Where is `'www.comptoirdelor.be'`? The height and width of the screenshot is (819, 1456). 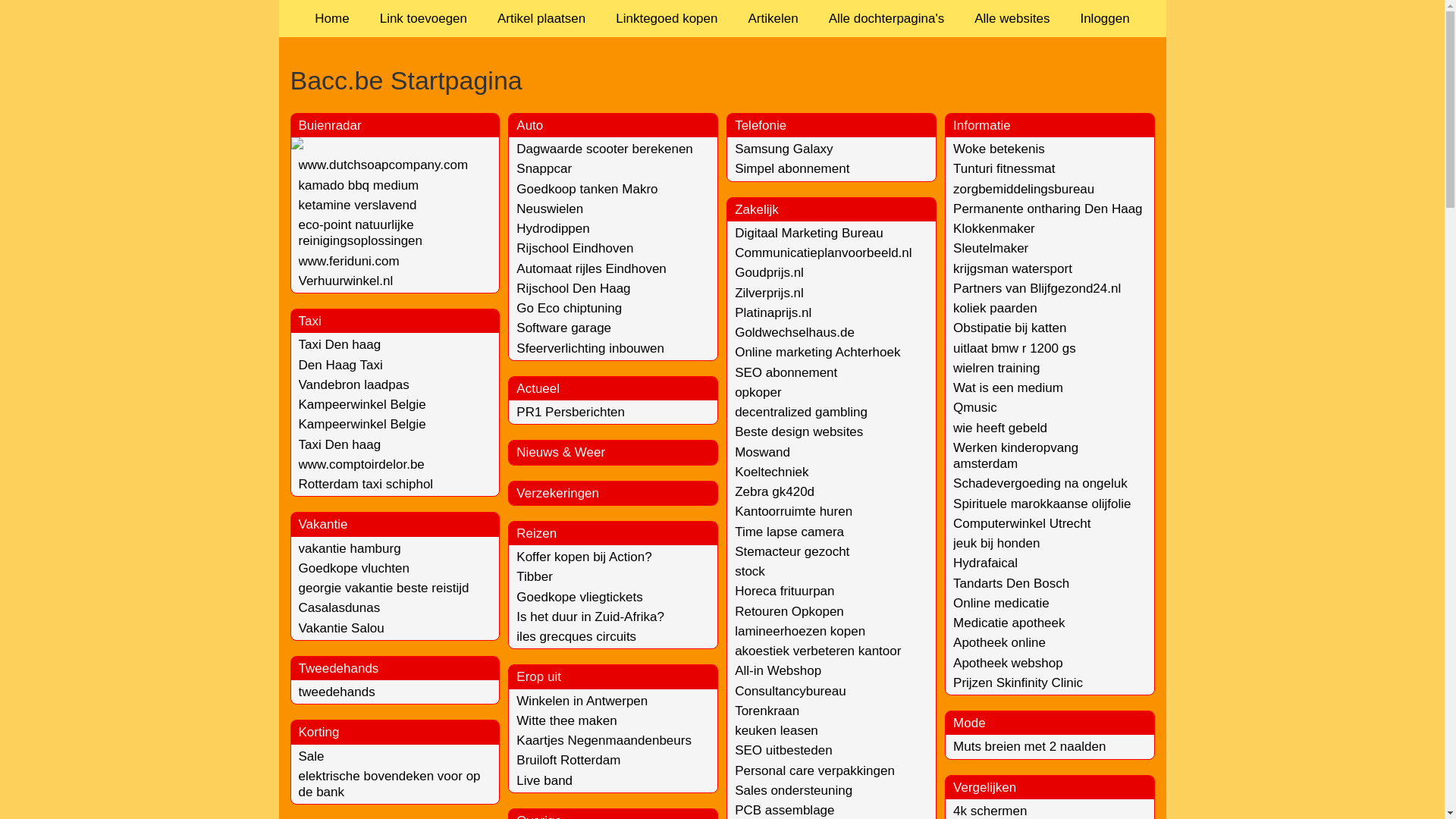
'www.comptoirdelor.be' is located at coordinates (360, 463).